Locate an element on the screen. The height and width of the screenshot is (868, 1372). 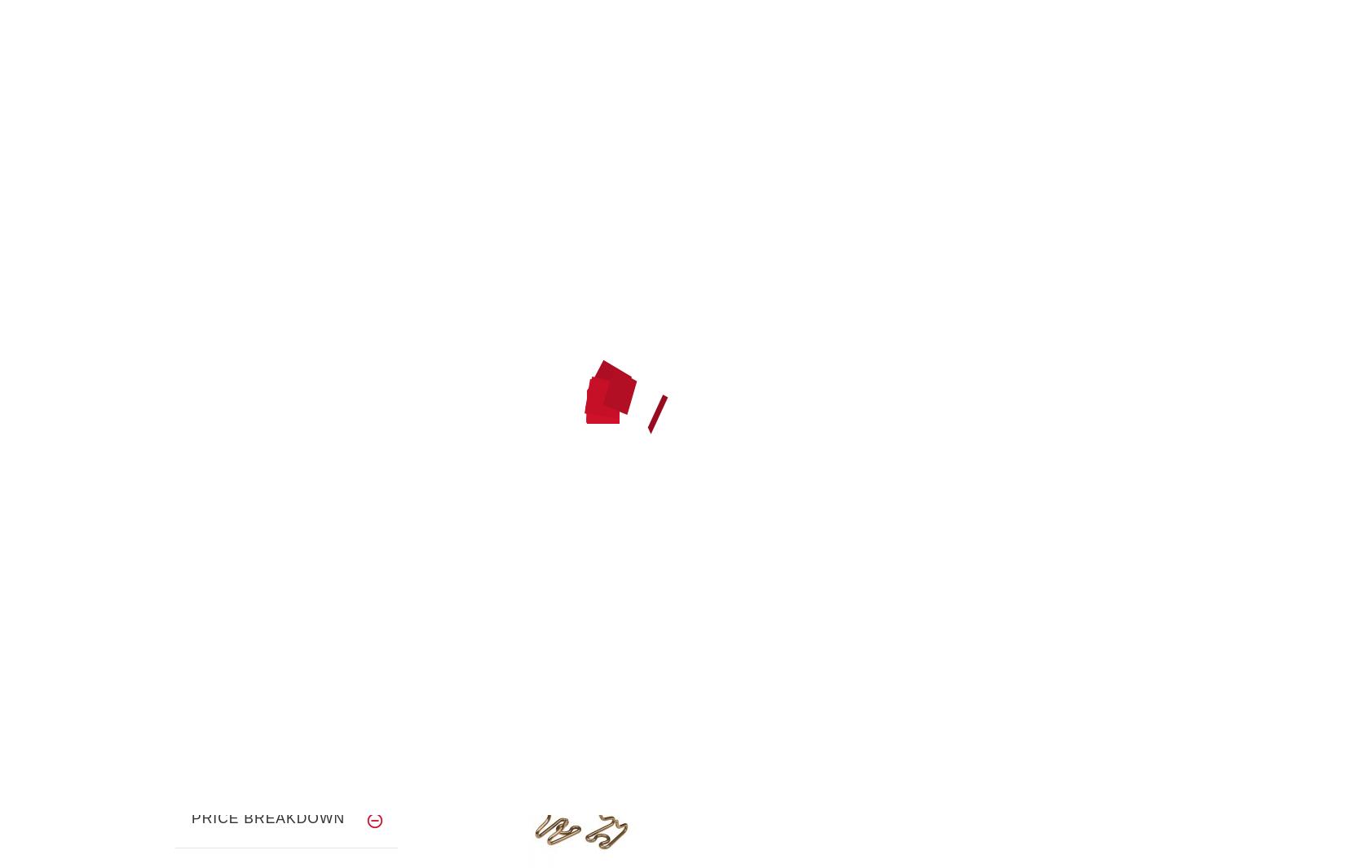
'JOIN US NOW!' is located at coordinates (820, 196).